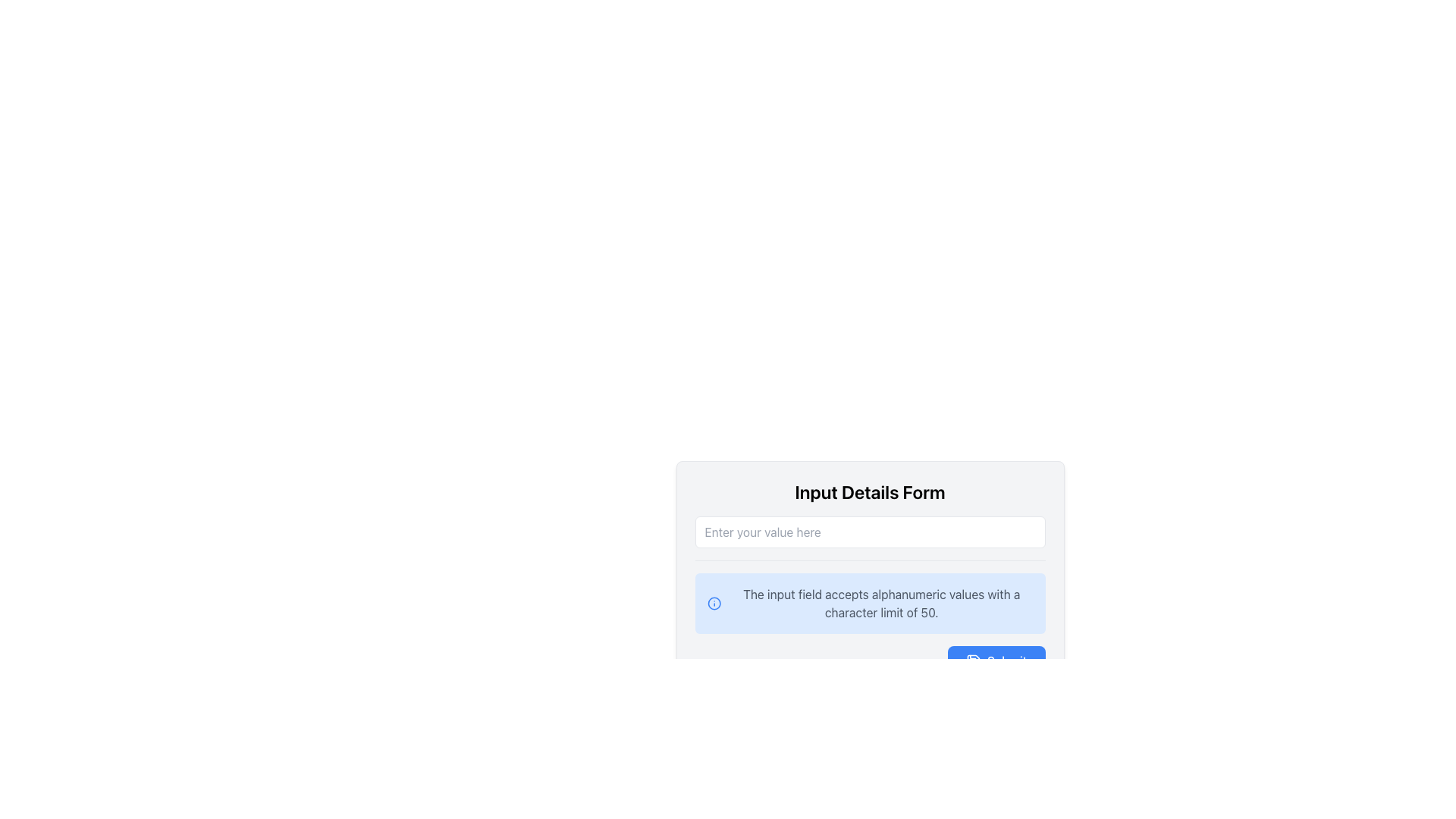 This screenshot has height=819, width=1456. What do you see at coordinates (881, 602) in the screenshot?
I see `text block that contains the message 'The input field accepts alphanumeric values with a character limit of 50.', styled with gray font on a light blue background` at bounding box center [881, 602].